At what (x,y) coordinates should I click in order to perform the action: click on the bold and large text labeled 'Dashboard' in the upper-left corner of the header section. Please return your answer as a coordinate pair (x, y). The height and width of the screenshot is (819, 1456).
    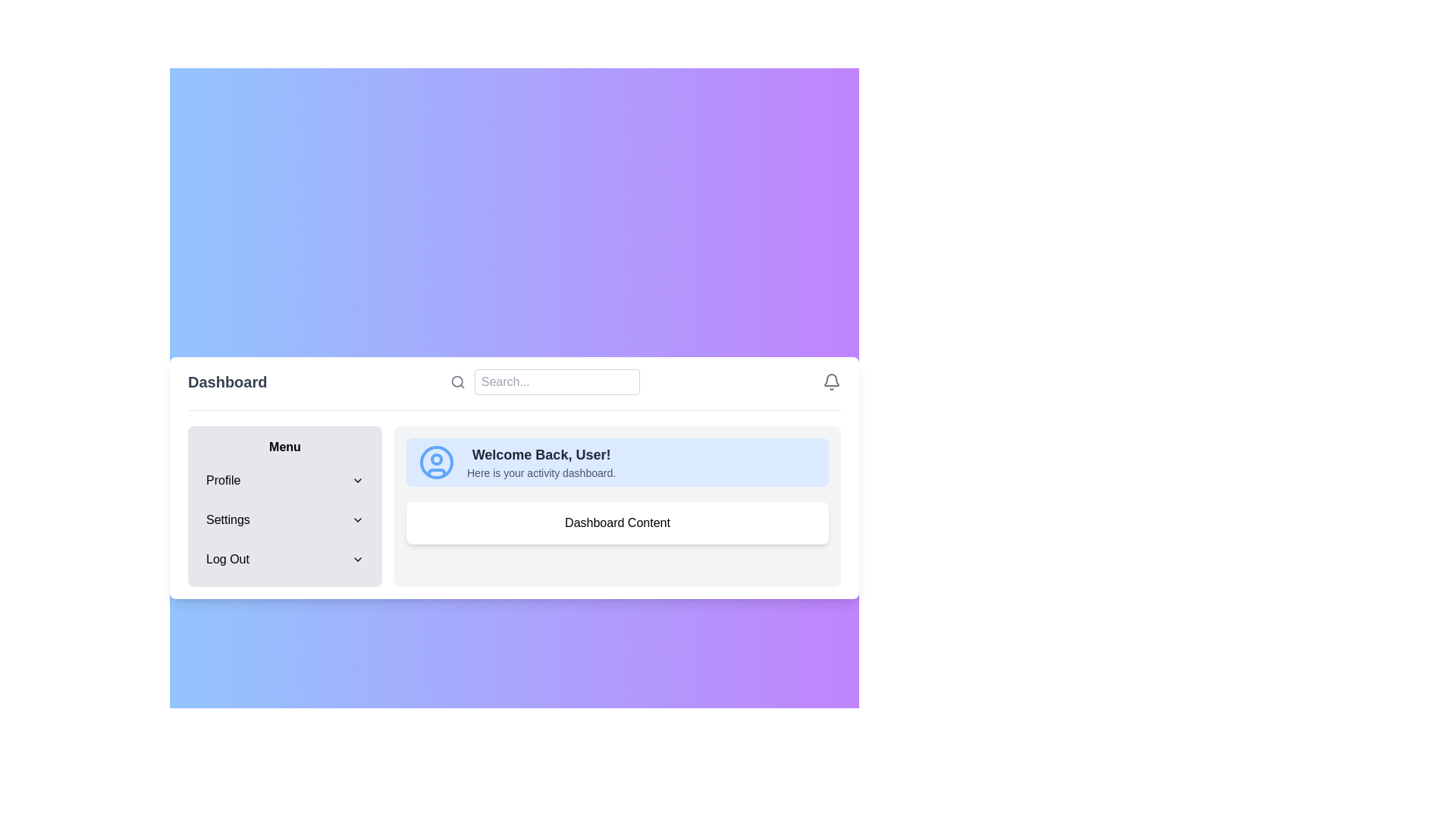
    Looking at the image, I should click on (227, 381).